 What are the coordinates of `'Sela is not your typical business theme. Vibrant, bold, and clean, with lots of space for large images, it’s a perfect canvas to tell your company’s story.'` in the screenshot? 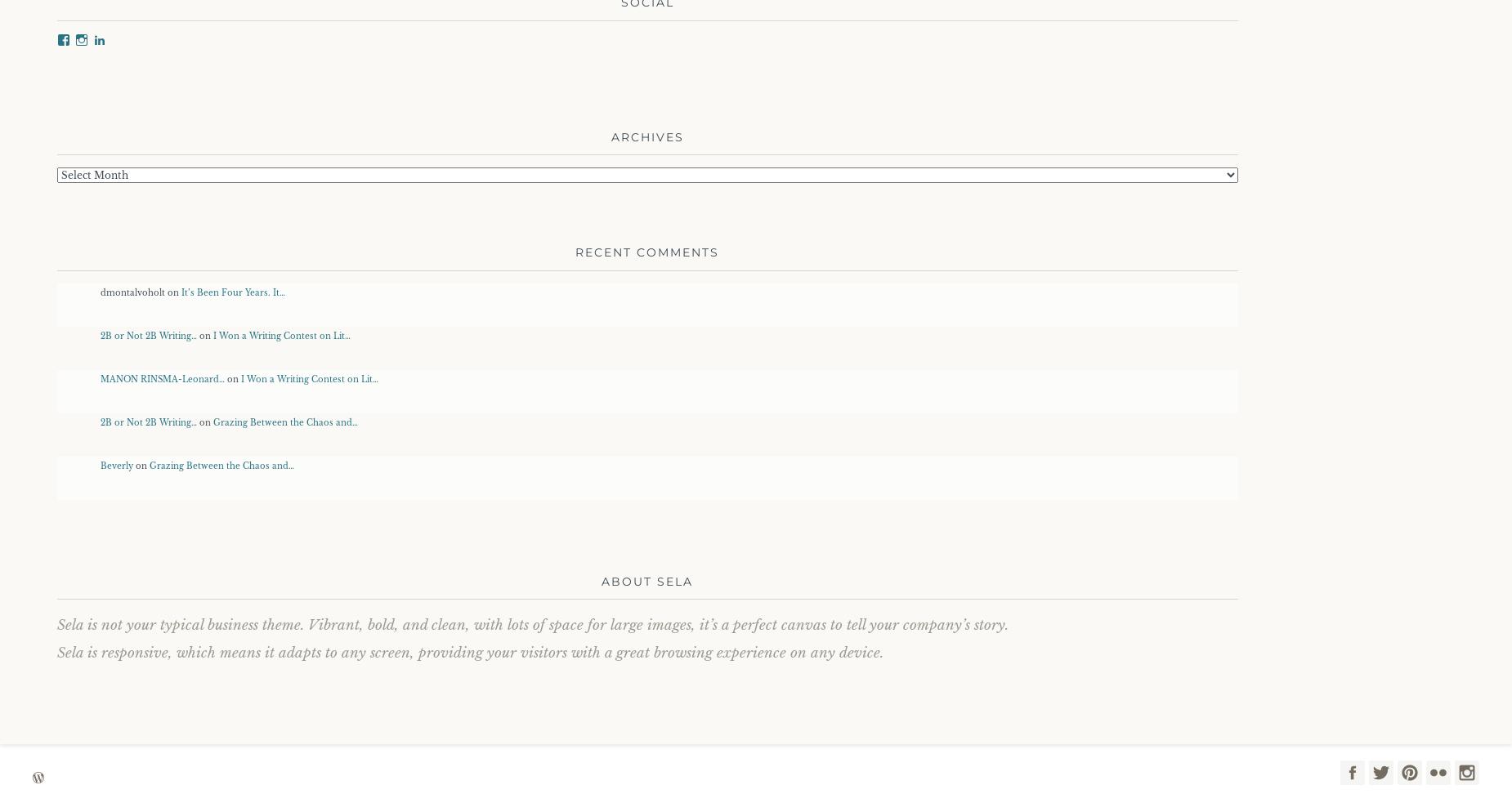 It's located at (532, 625).